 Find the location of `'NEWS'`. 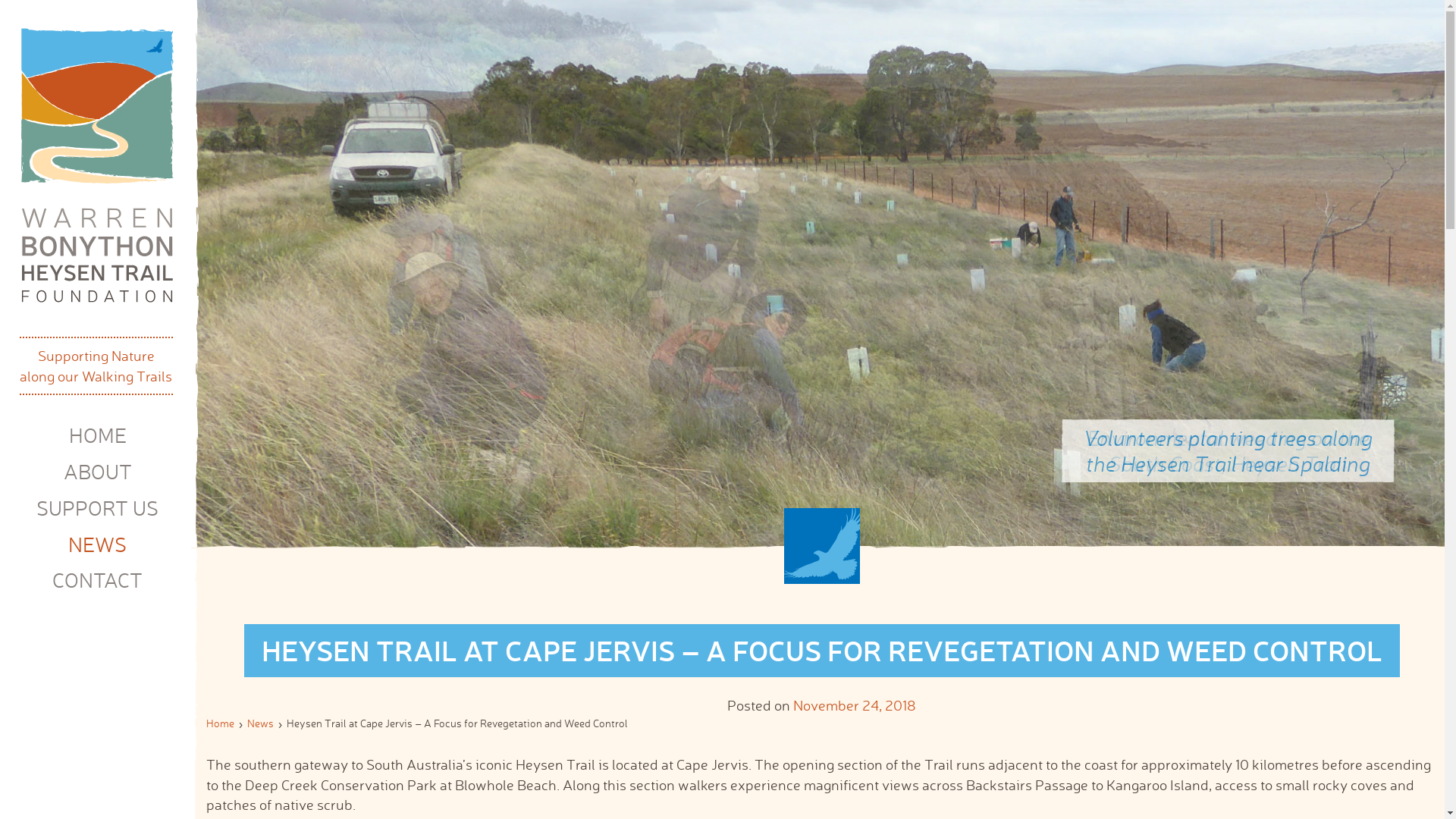

'NEWS' is located at coordinates (67, 543).